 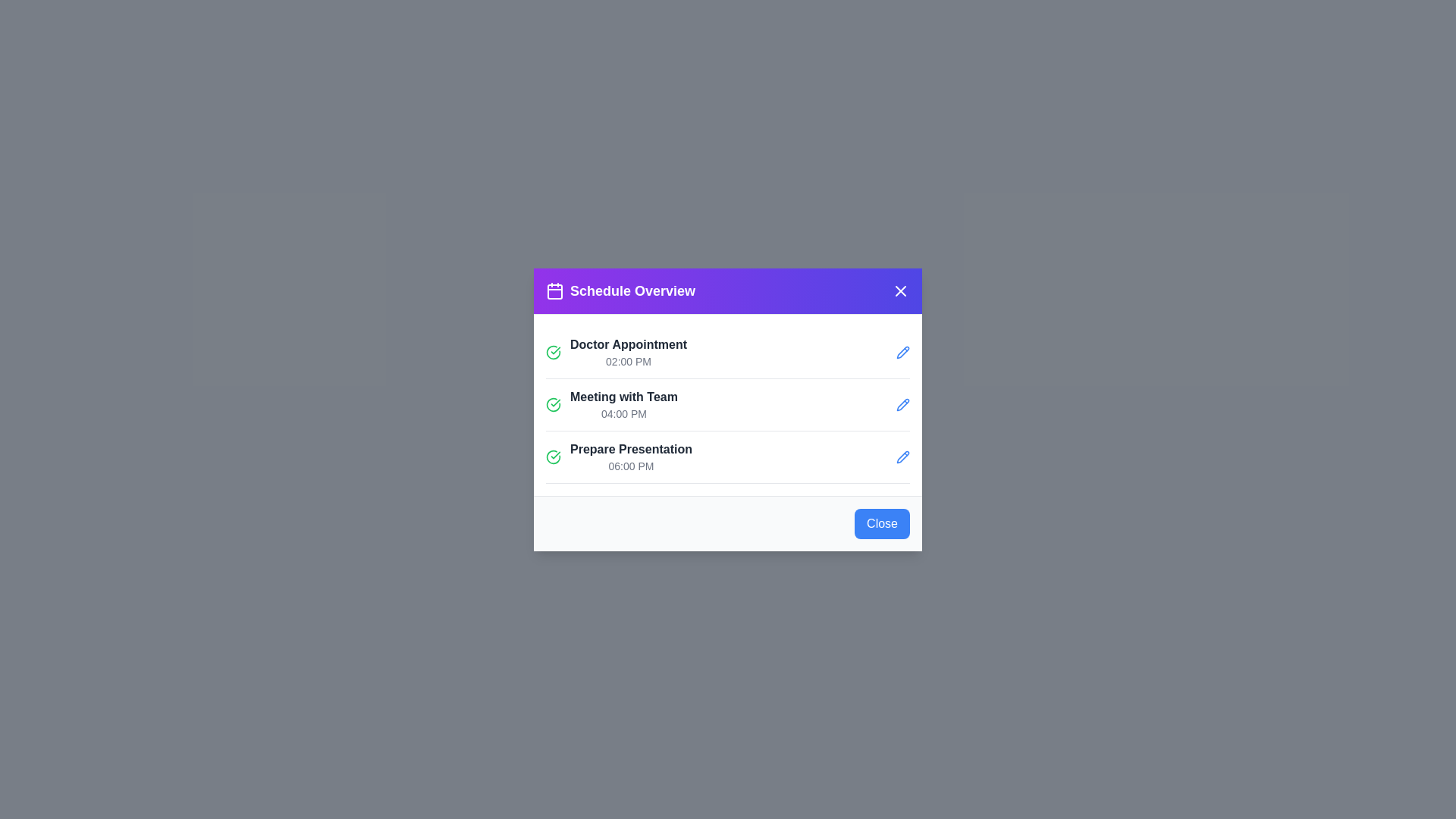 What do you see at coordinates (902, 352) in the screenshot?
I see `the edit action trigger button for the 'Doctor Appointment' event, located at the rightmost edge of the corresponding line in the schedule overview modal, to change its appearance` at bounding box center [902, 352].